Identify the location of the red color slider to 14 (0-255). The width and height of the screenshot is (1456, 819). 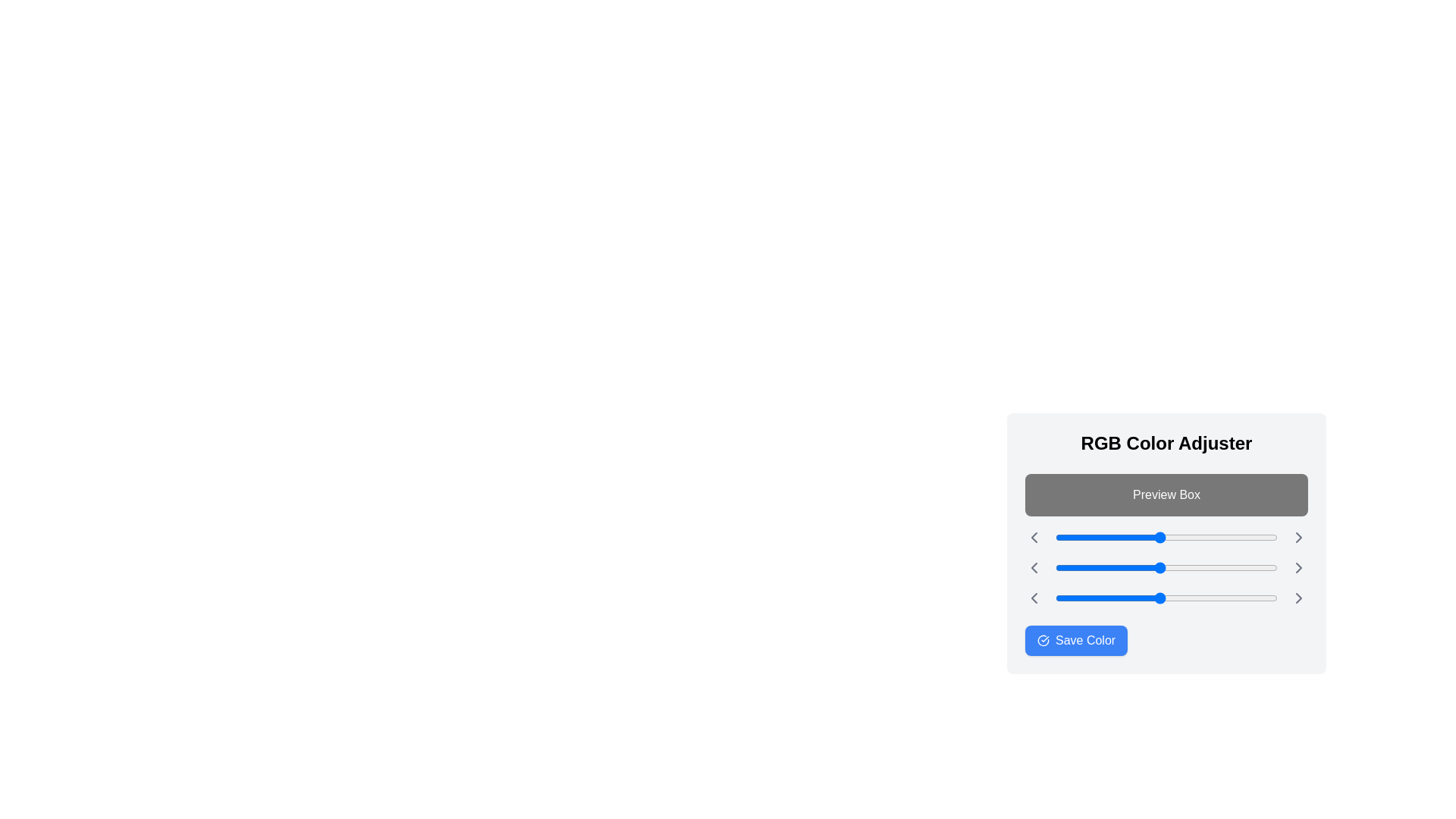
(1067, 537).